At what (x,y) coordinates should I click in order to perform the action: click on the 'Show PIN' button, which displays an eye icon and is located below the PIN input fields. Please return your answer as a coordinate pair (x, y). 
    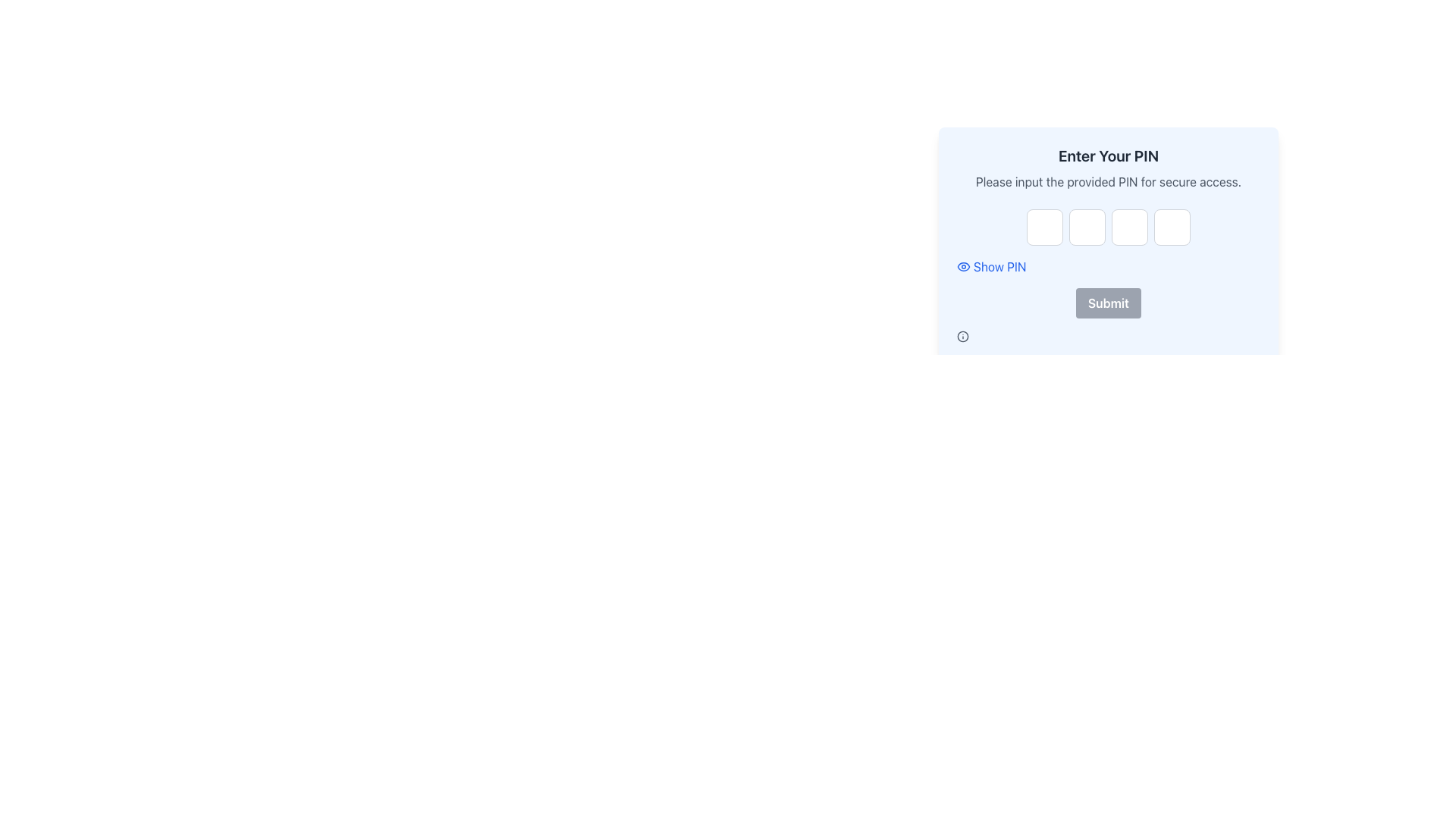
    Looking at the image, I should click on (991, 265).